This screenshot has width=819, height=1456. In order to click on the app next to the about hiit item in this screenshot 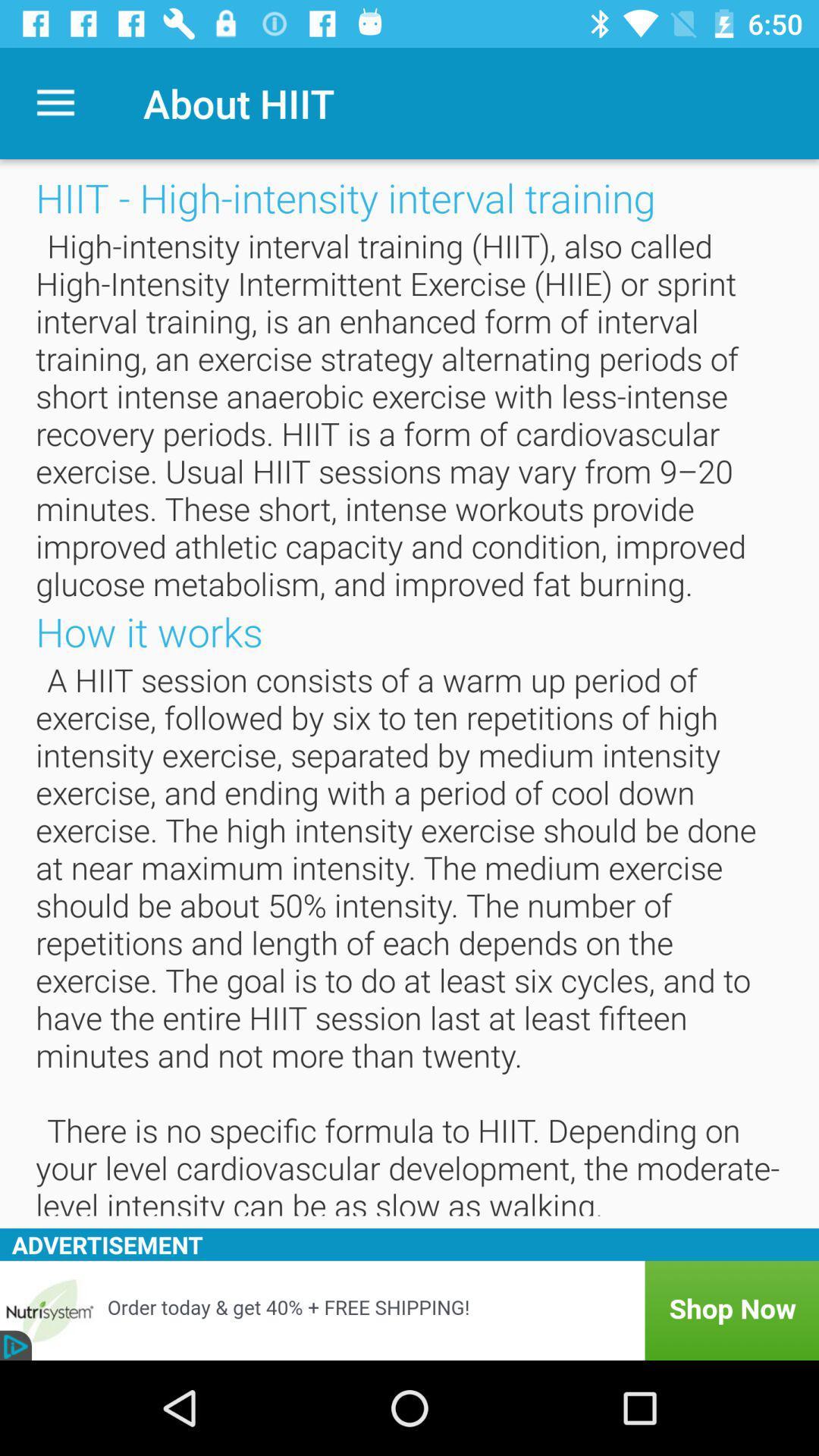, I will do `click(55, 102)`.